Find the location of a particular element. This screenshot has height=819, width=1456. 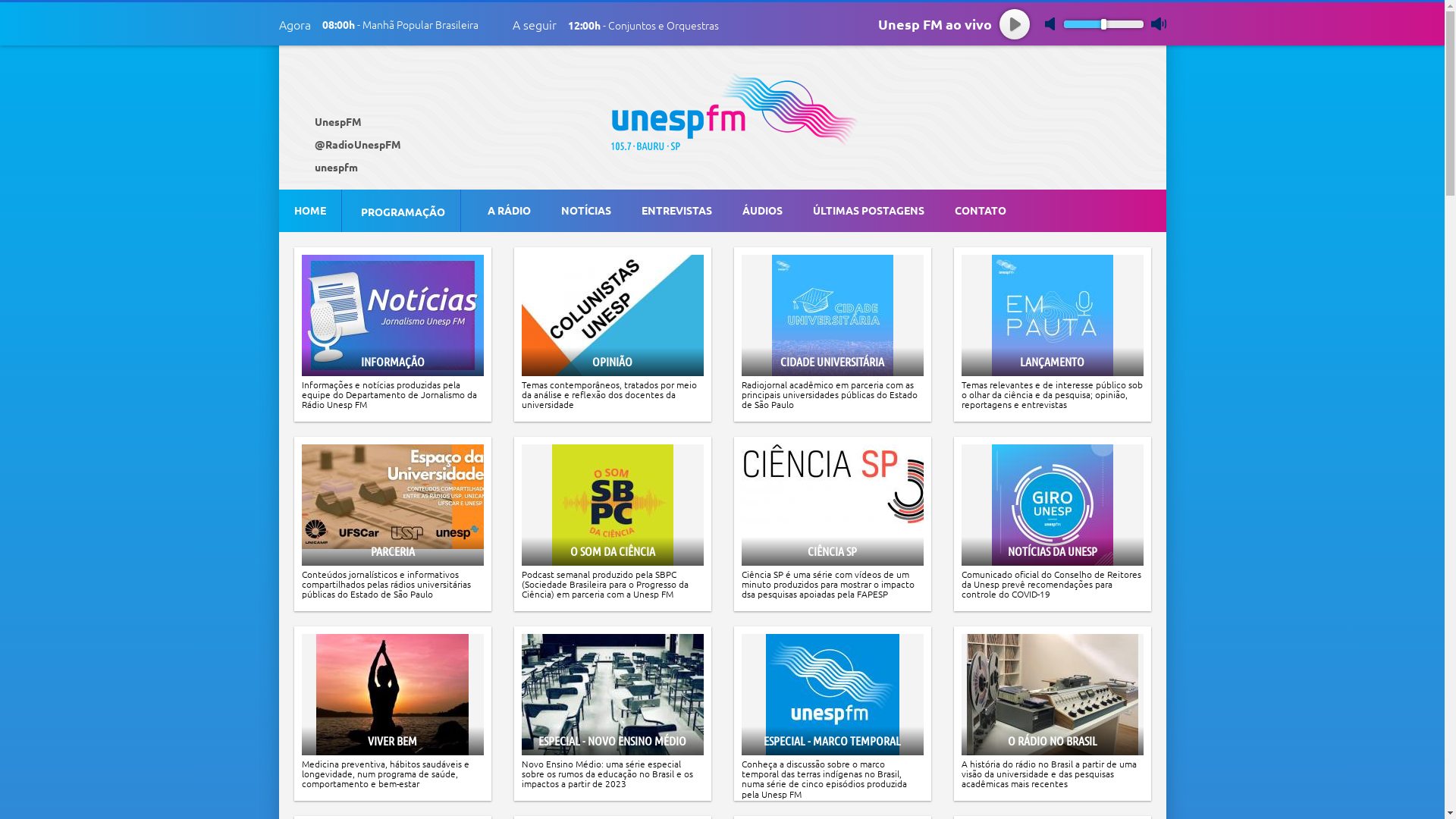

' UnespFM' is located at coordinates (334, 120).